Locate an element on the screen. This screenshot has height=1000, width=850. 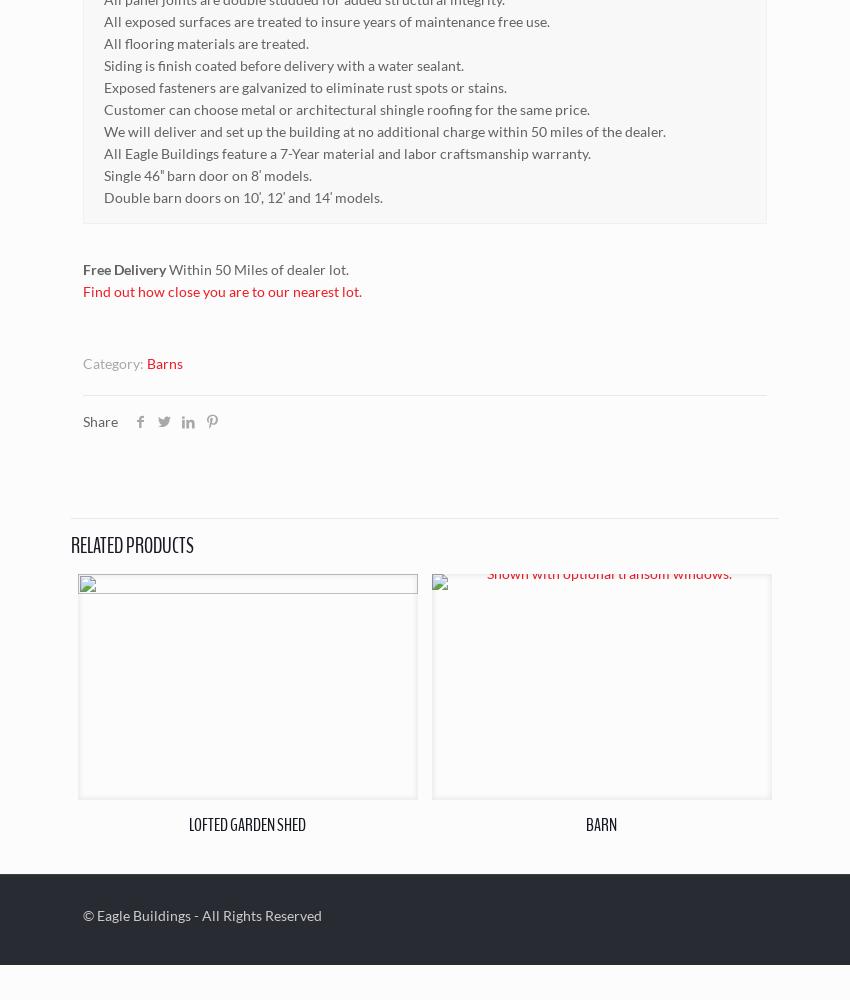
'All flooring materials are treated.' is located at coordinates (205, 42).